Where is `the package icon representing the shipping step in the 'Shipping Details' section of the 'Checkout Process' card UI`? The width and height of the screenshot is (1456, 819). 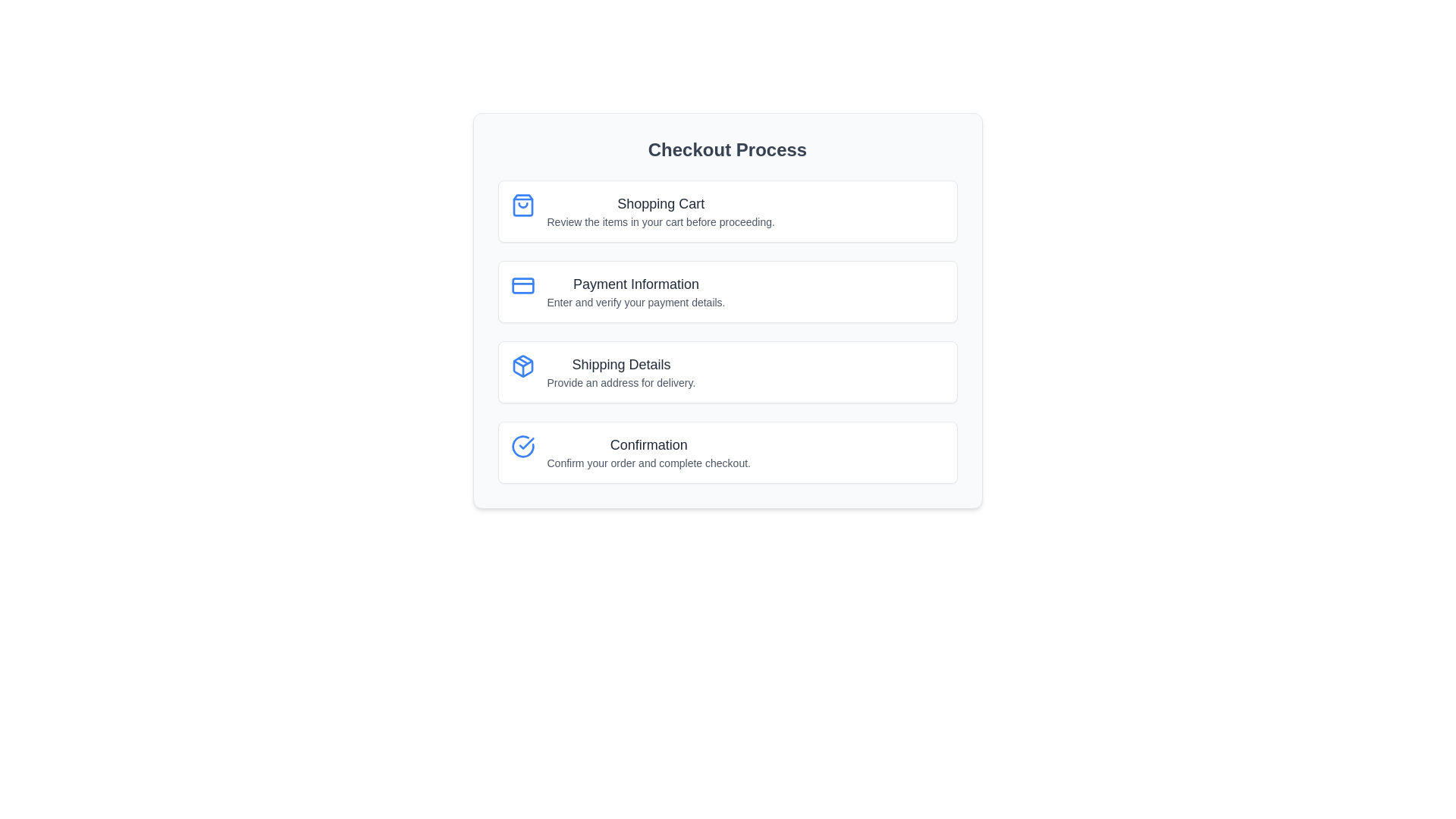
the package icon representing the shipping step in the 'Shipping Details' section of the 'Checkout Process' card UI is located at coordinates (522, 366).